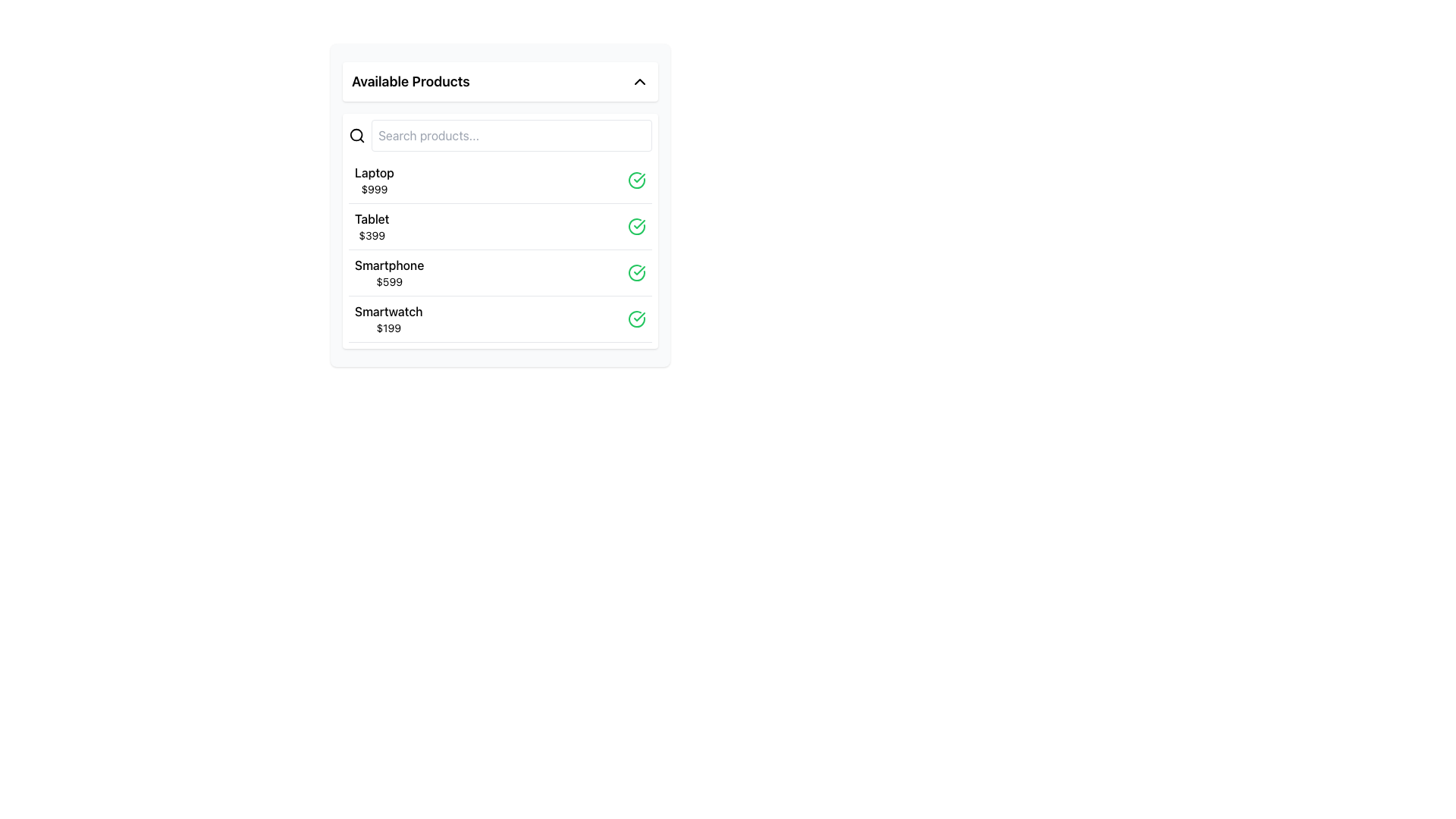 The image size is (1456, 819). Describe the element at coordinates (389, 281) in the screenshot. I see `the text label displaying the price '$599', which is aligned below 'Smartphone' and above 'Smartwatch $199' in the product details list` at that location.